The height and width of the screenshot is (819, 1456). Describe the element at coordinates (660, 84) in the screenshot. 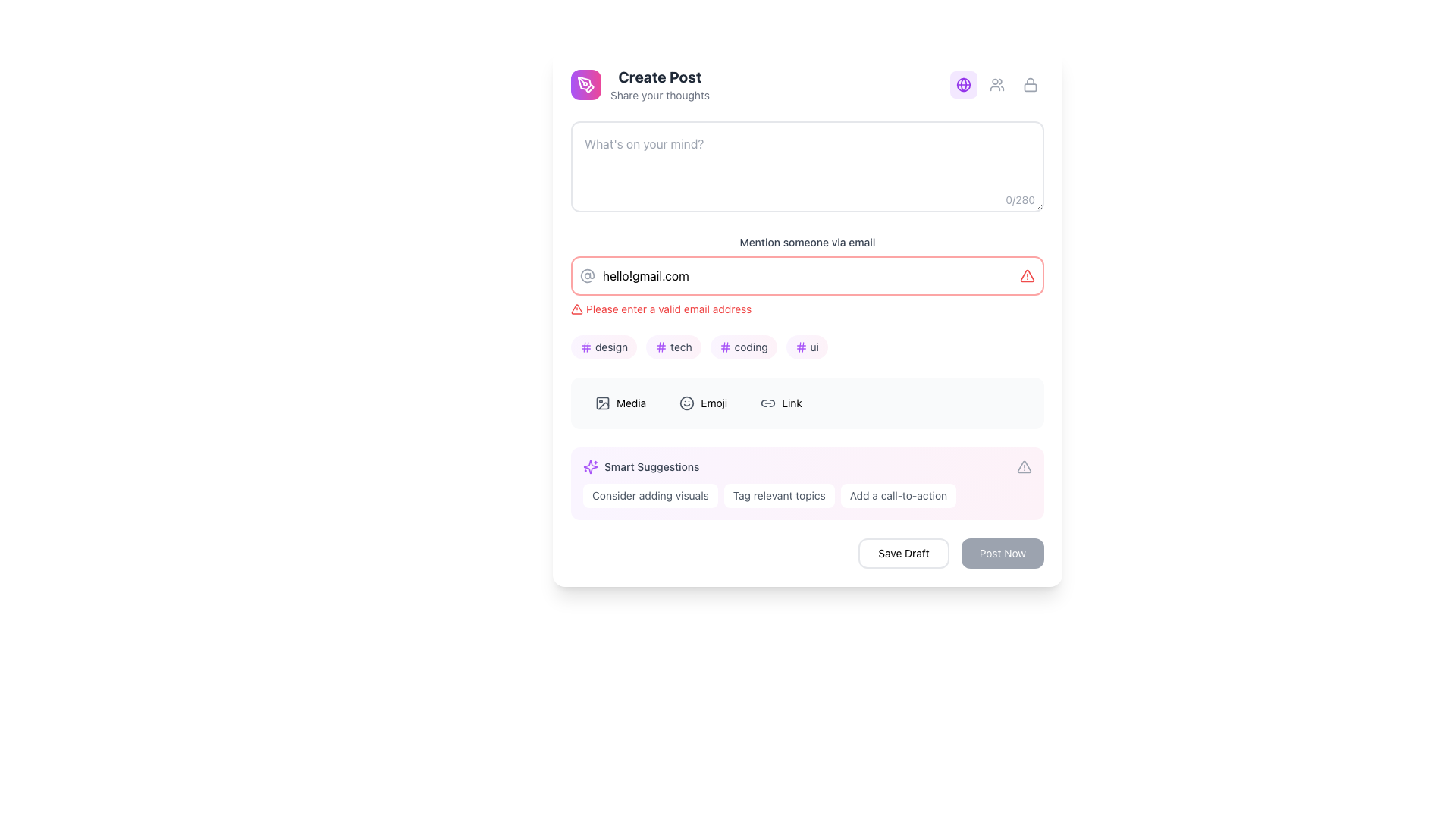

I see `the 'Create Post' header label that consists of the text 'Create Post' in bold and 'Share your thoughts' below it, located in the top-left corner of the interface` at that location.